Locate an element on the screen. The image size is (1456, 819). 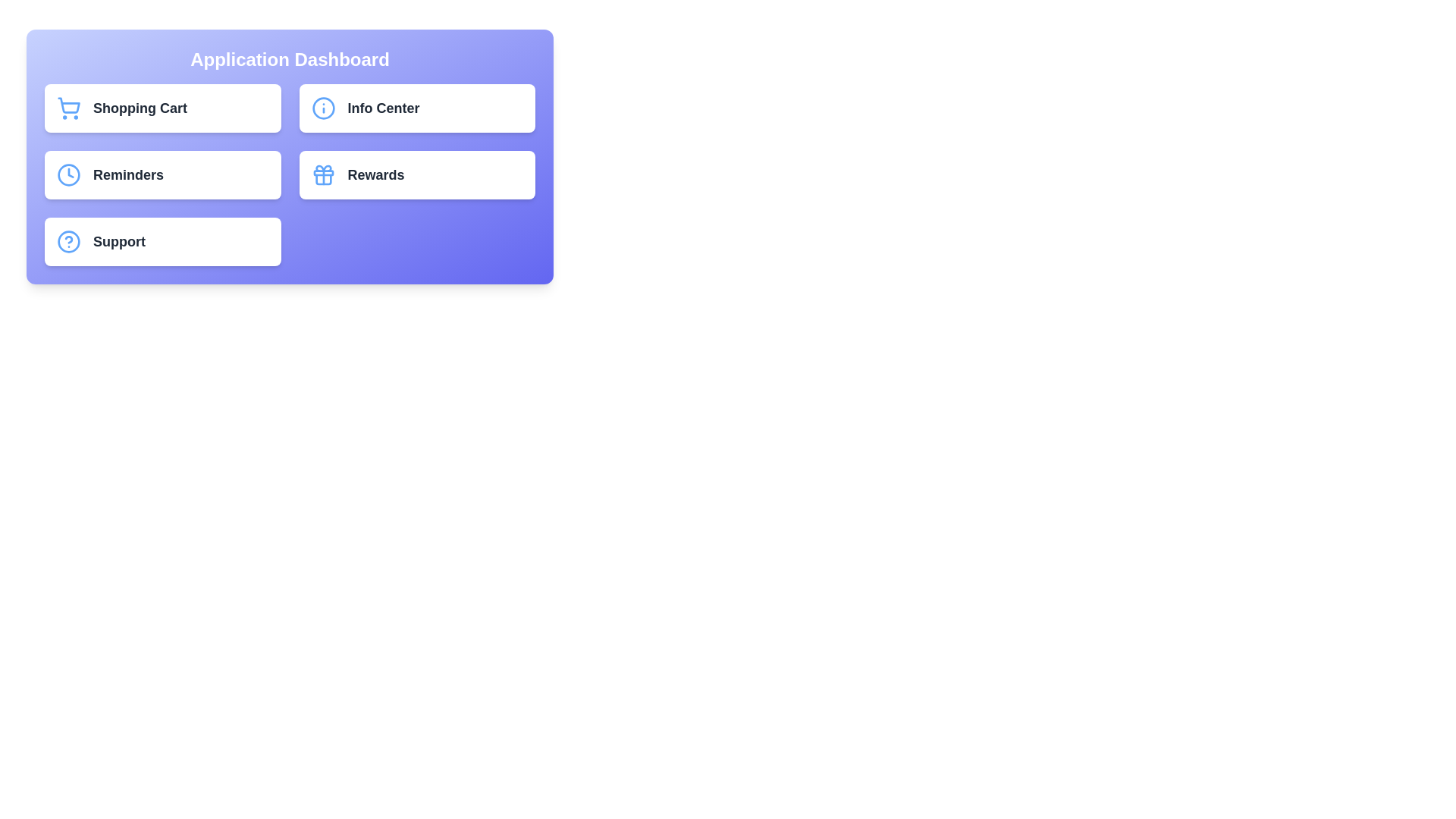
the blue clock icon located within the 'Reminders' card to interact with its associated feature is located at coordinates (68, 174).